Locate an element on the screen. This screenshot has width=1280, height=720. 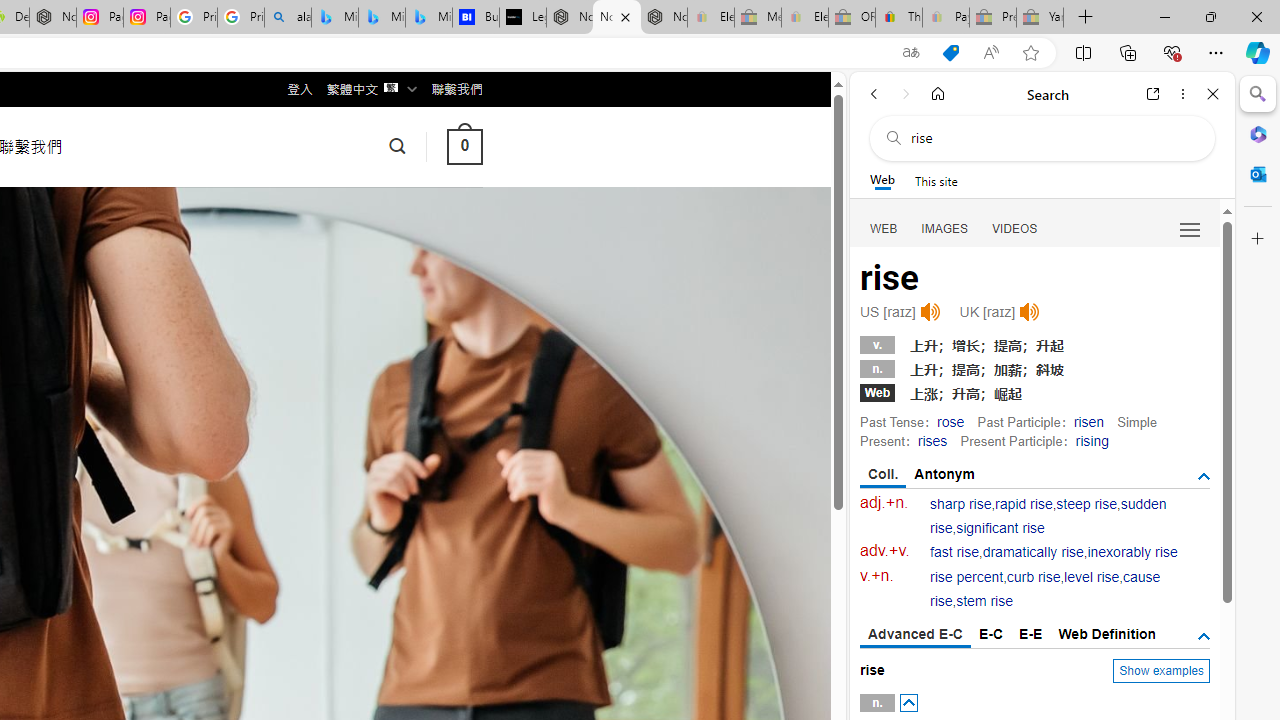
'Payments Terms of Use | eBay.com - Sleeping' is located at coordinates (944, 17).